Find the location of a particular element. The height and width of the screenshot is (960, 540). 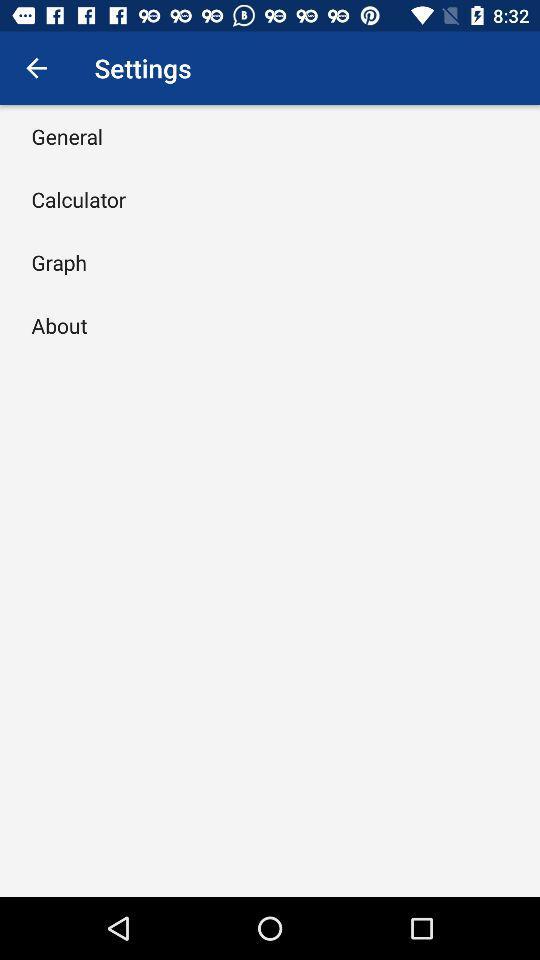

the general is located at coordinates (67, 135).